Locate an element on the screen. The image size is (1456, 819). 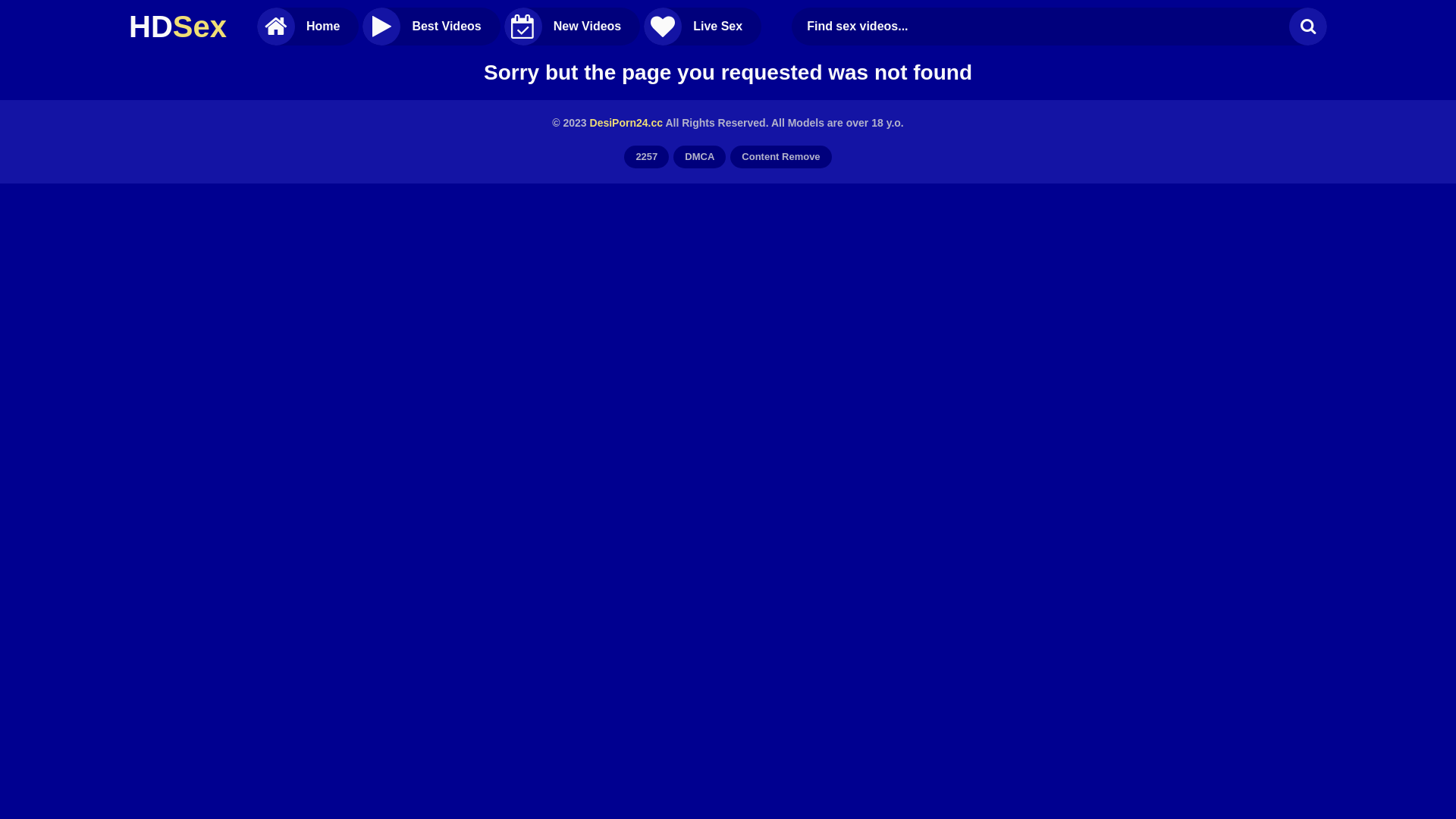
'Live Sex' is located at coordinates (701, 26).